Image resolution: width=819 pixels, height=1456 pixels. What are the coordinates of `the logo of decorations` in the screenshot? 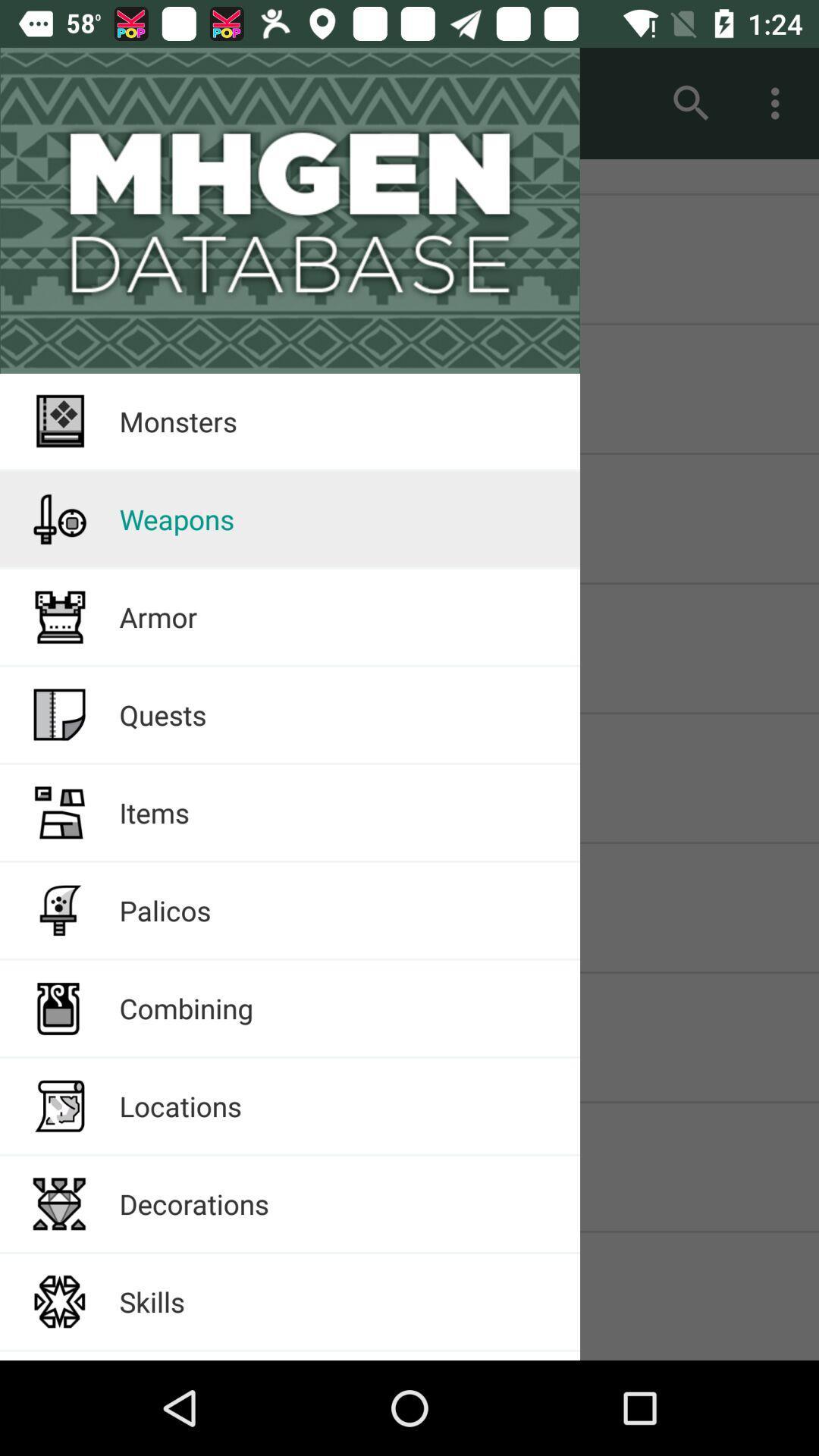 It's located at (58, 1203).